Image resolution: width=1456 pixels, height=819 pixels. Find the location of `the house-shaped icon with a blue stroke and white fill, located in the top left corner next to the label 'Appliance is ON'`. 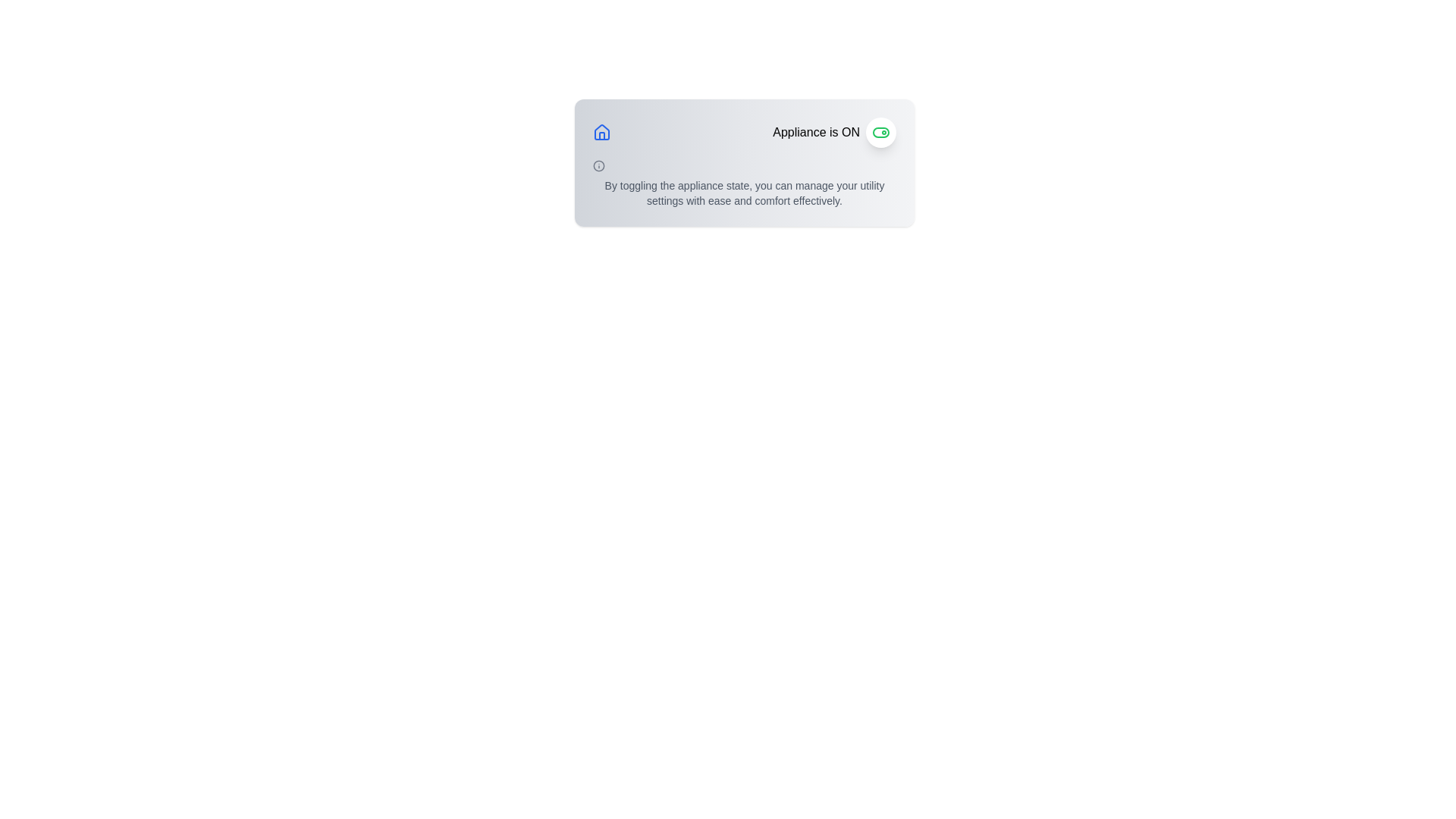

the house-shaped icon with a blue stroke and white fill, located in the top left corner next to the label 'Appliance is ON' is located at coordinates (601, 131).